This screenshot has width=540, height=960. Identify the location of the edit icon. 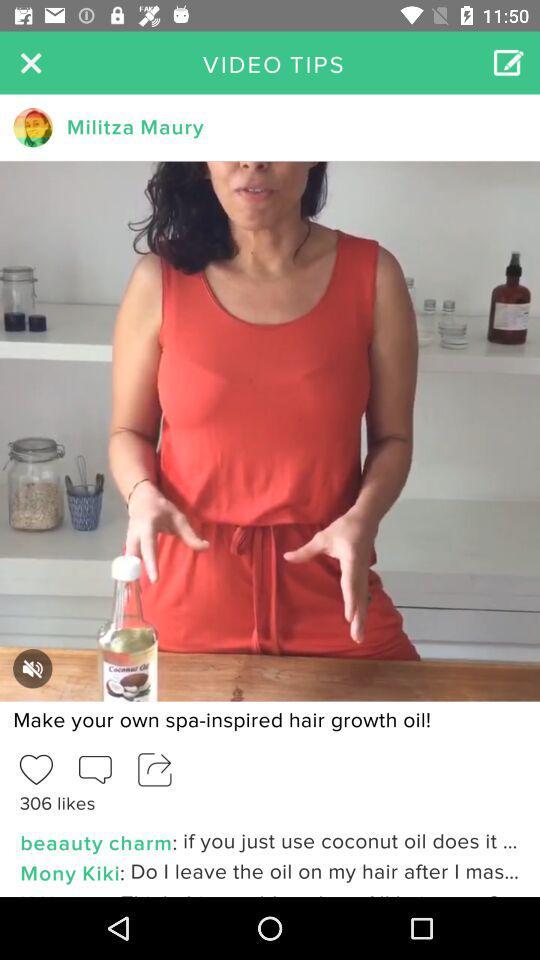
(508, 62).